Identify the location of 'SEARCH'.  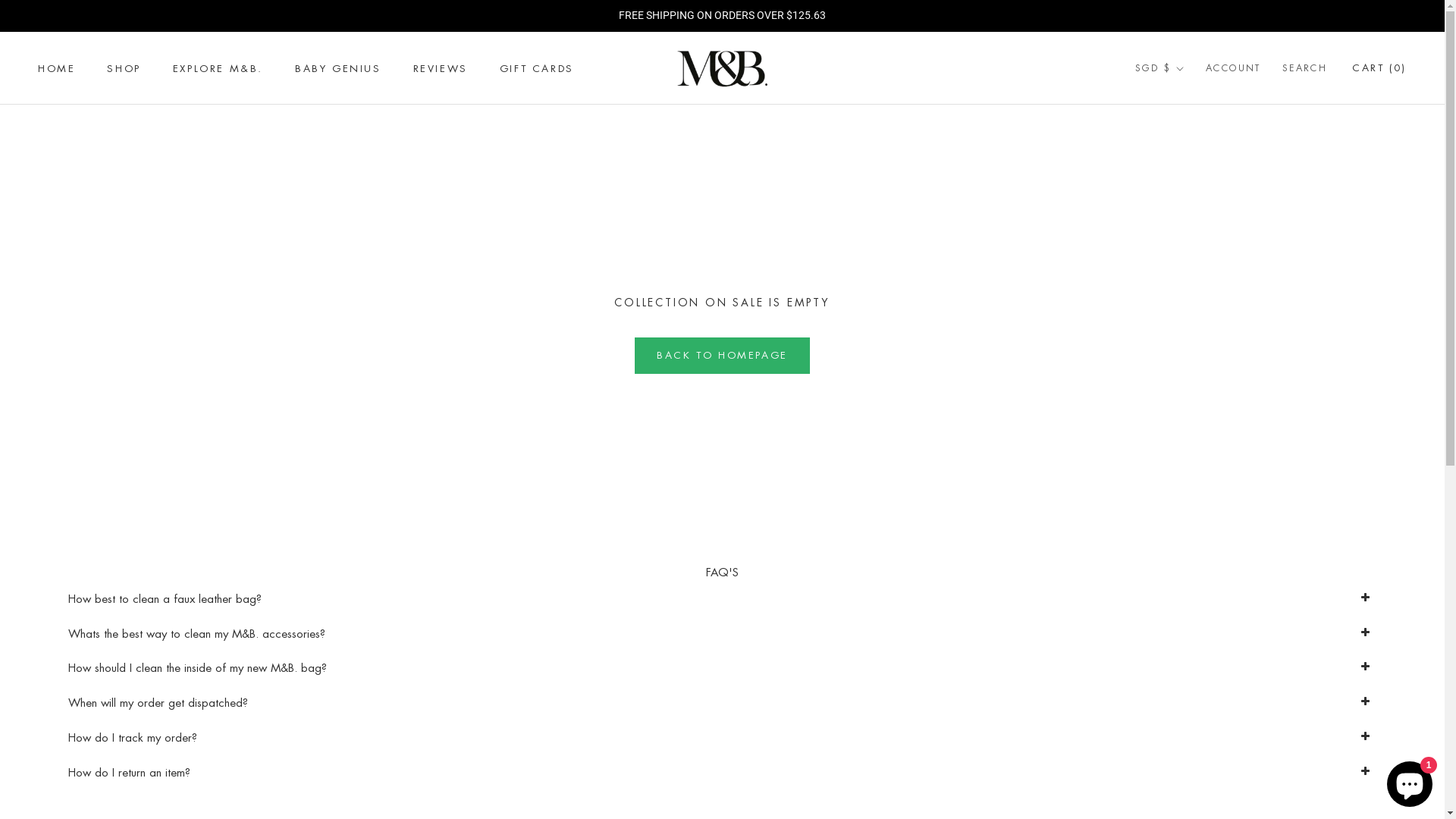
(1304, 69).